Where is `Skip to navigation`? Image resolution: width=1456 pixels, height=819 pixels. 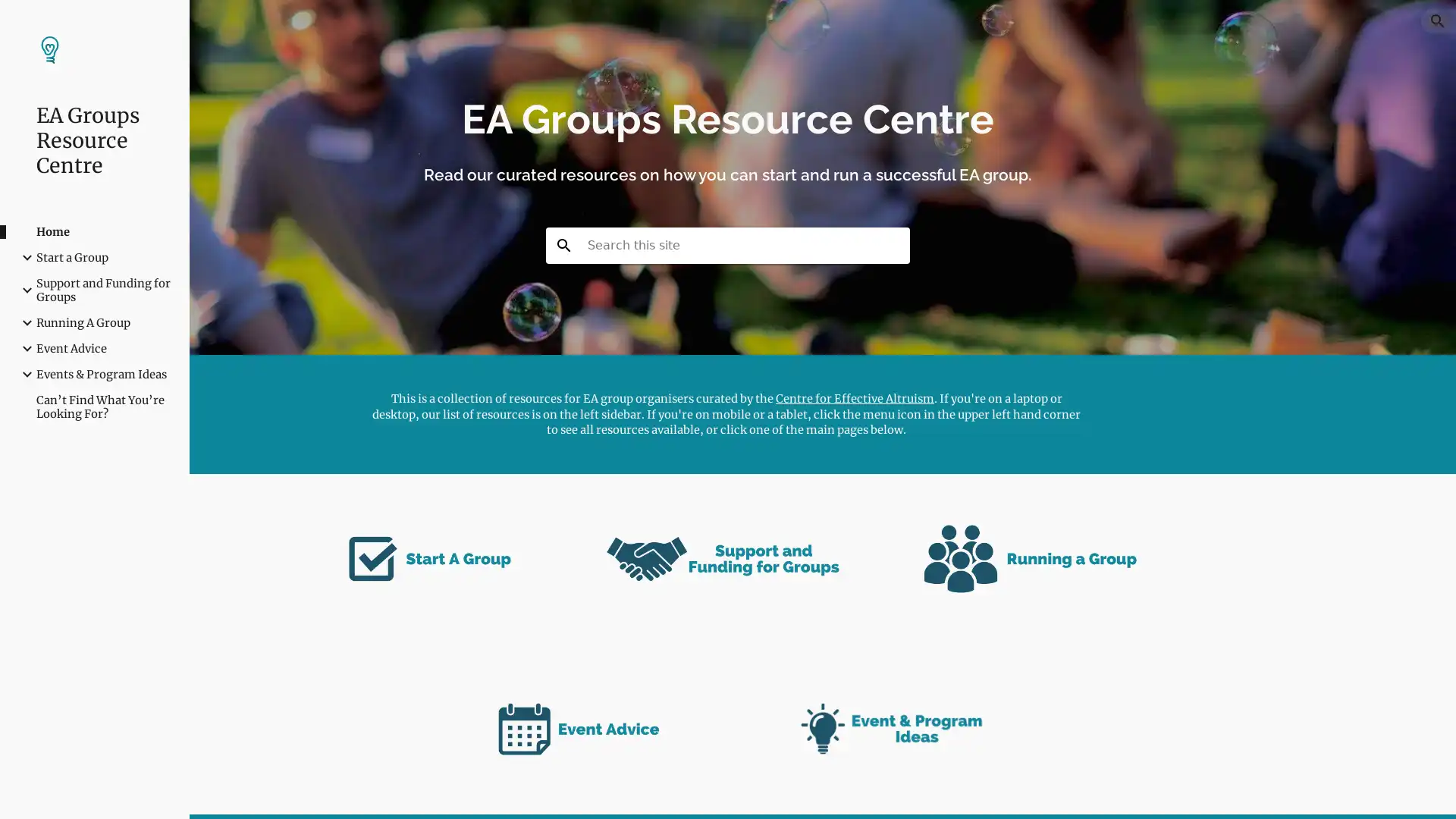
Skip to navigation is located at coordinates (864, 28).